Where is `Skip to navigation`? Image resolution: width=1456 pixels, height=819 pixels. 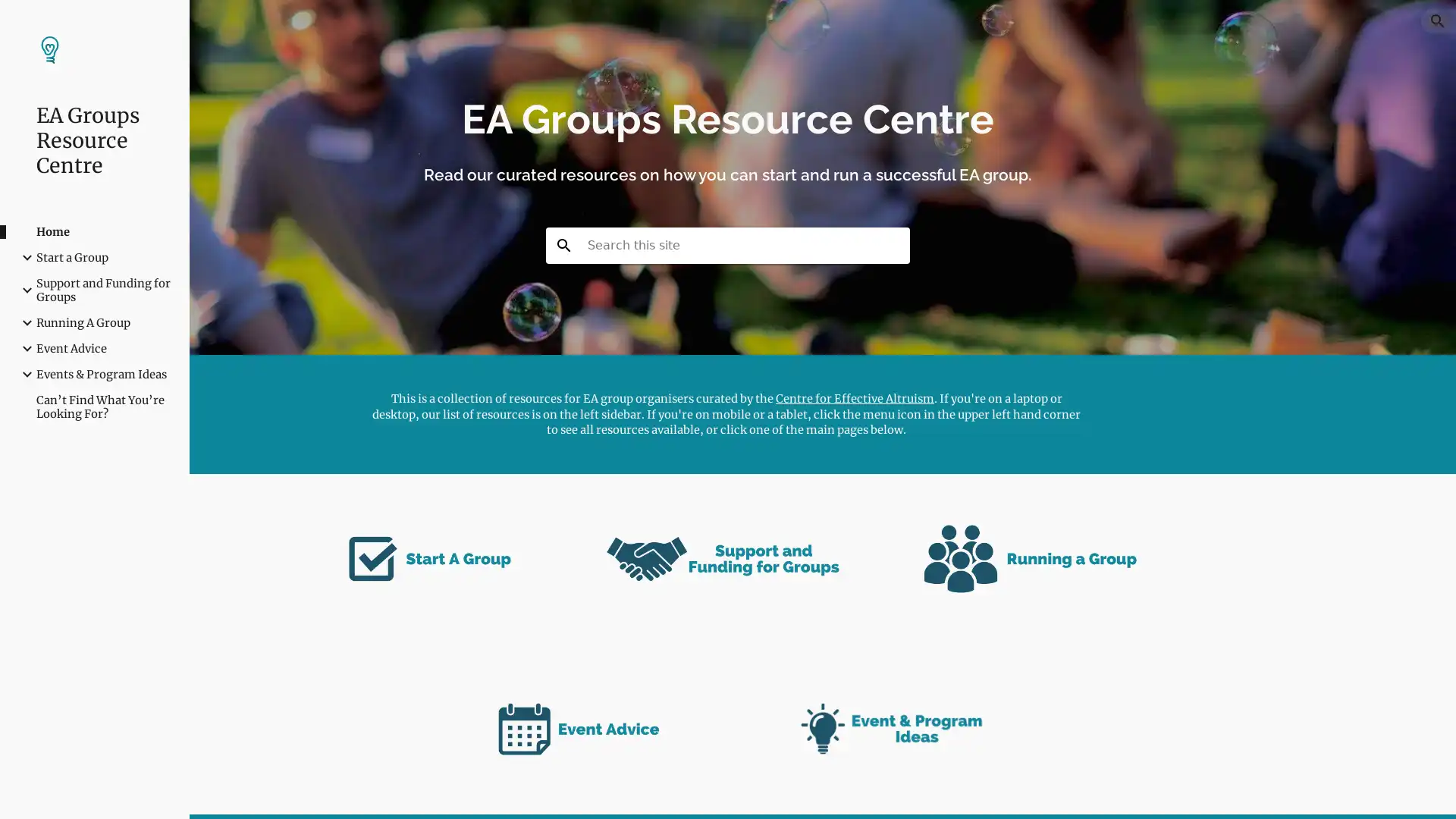
Skip to navigation is located at coordinates (864, 28).